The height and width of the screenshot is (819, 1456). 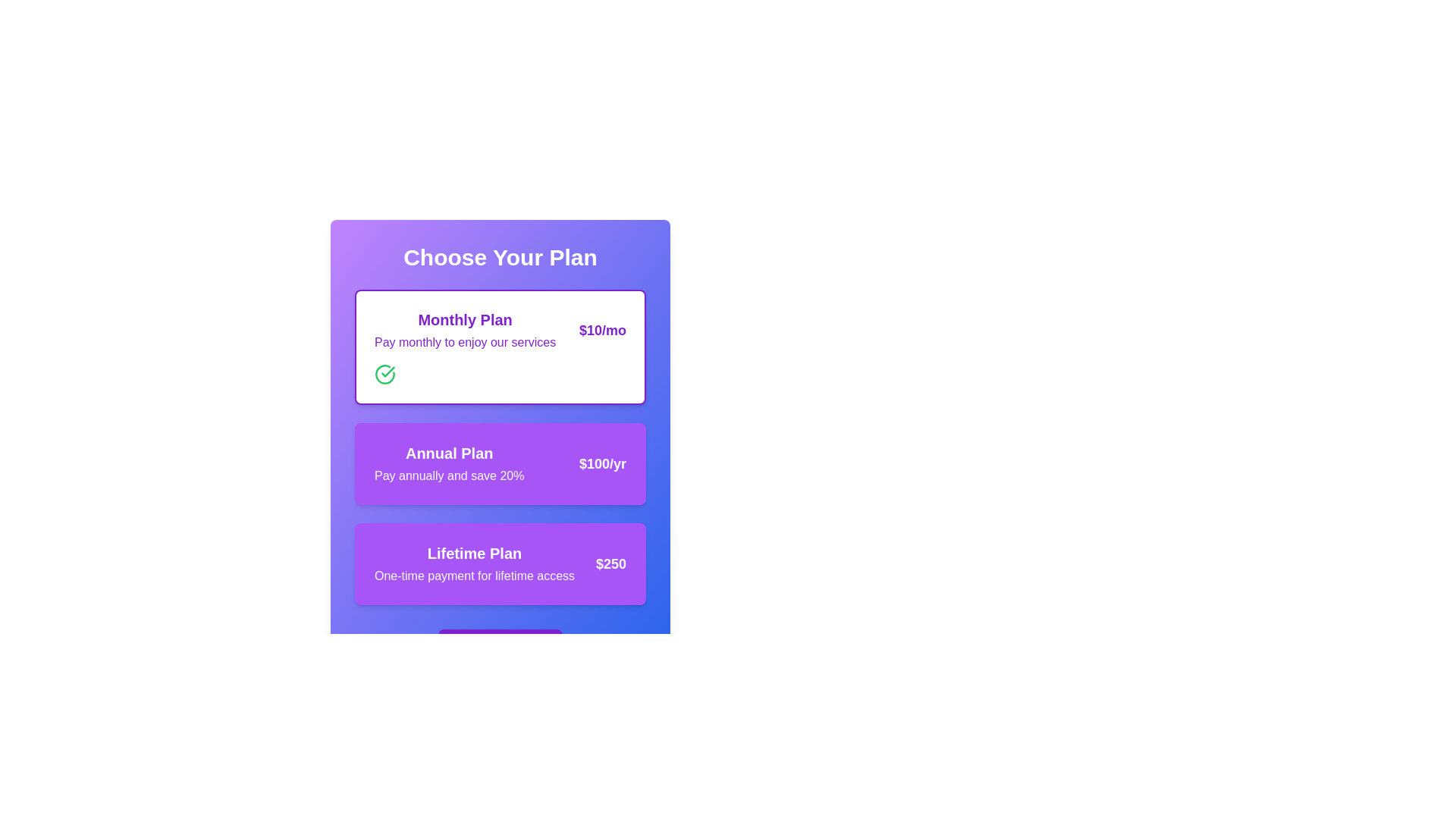 What do you see at coordinates (474, 553) in the screenshot?
I see `the text label displaying 'Lifetime Plan', which is prominently styled with white text on a purple background within a card structure` at bounding box center [474, 553].